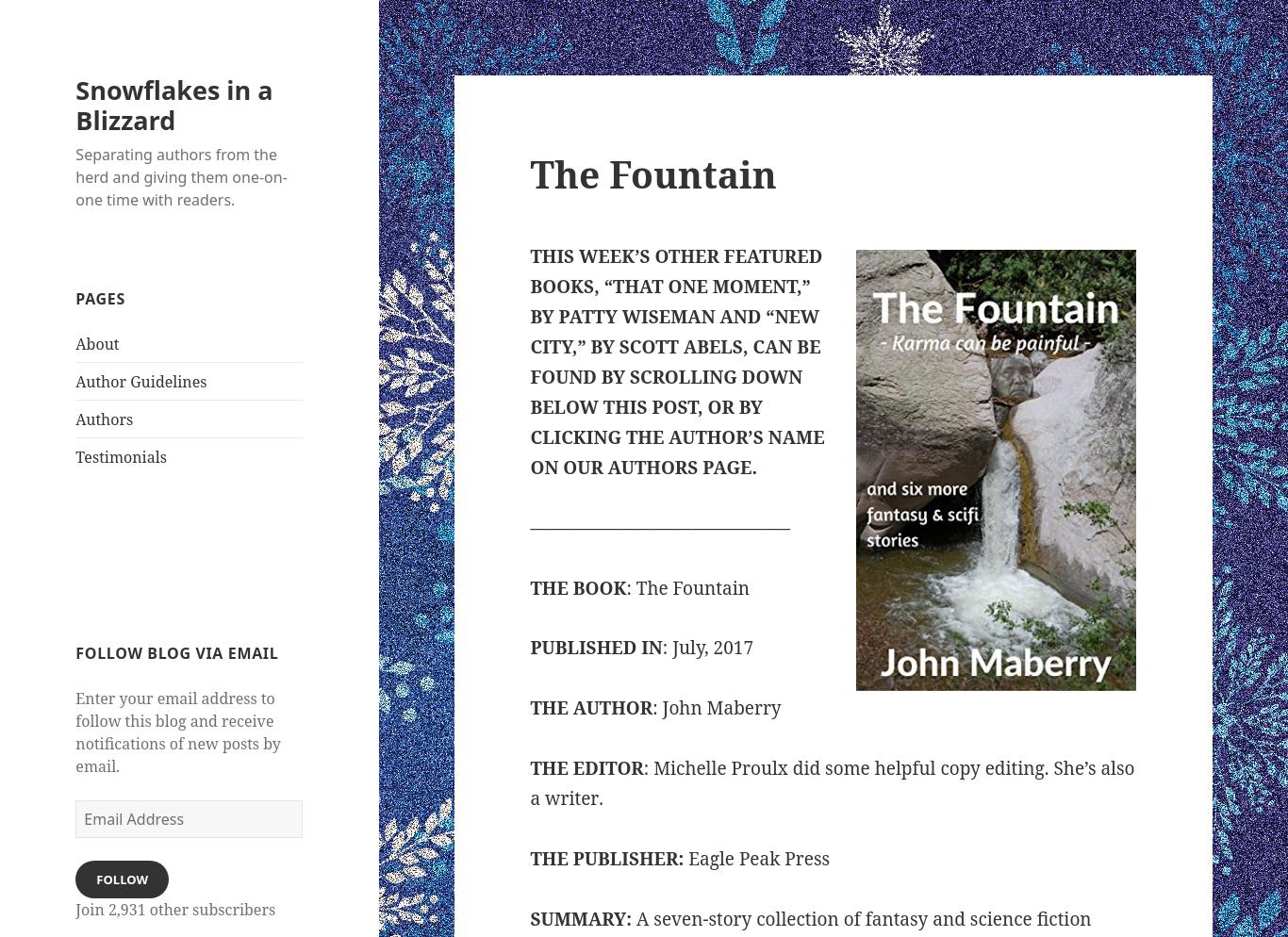 Image resolution: width=1288 pixels, height=937 pixels. Describe the element at coordinates (580, 918) in the screenshot. I see `'SUMMARY:'` at that location.